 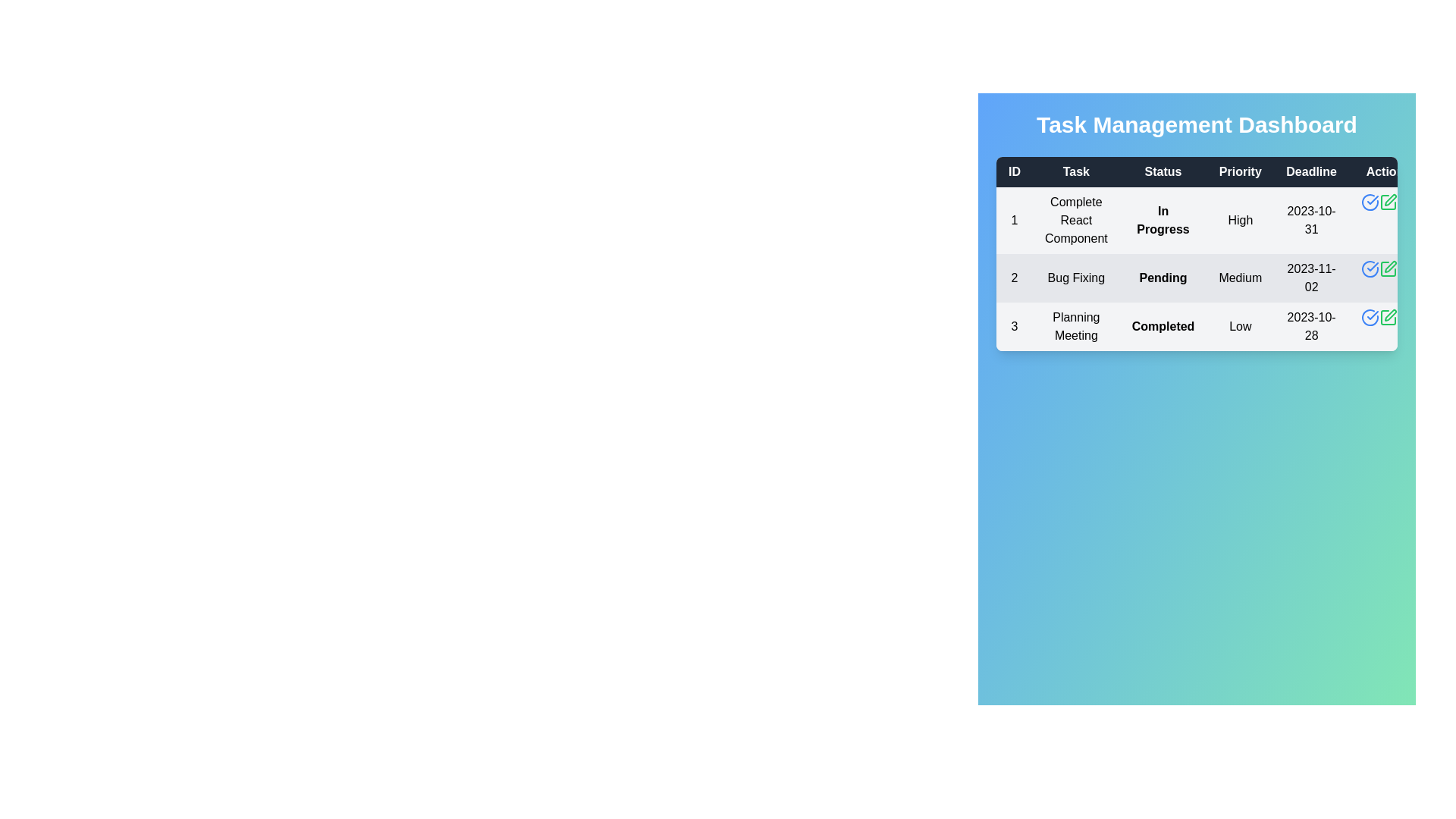 I want to click on the 'view details' icon for task 3, so click(x=1370, y=317).